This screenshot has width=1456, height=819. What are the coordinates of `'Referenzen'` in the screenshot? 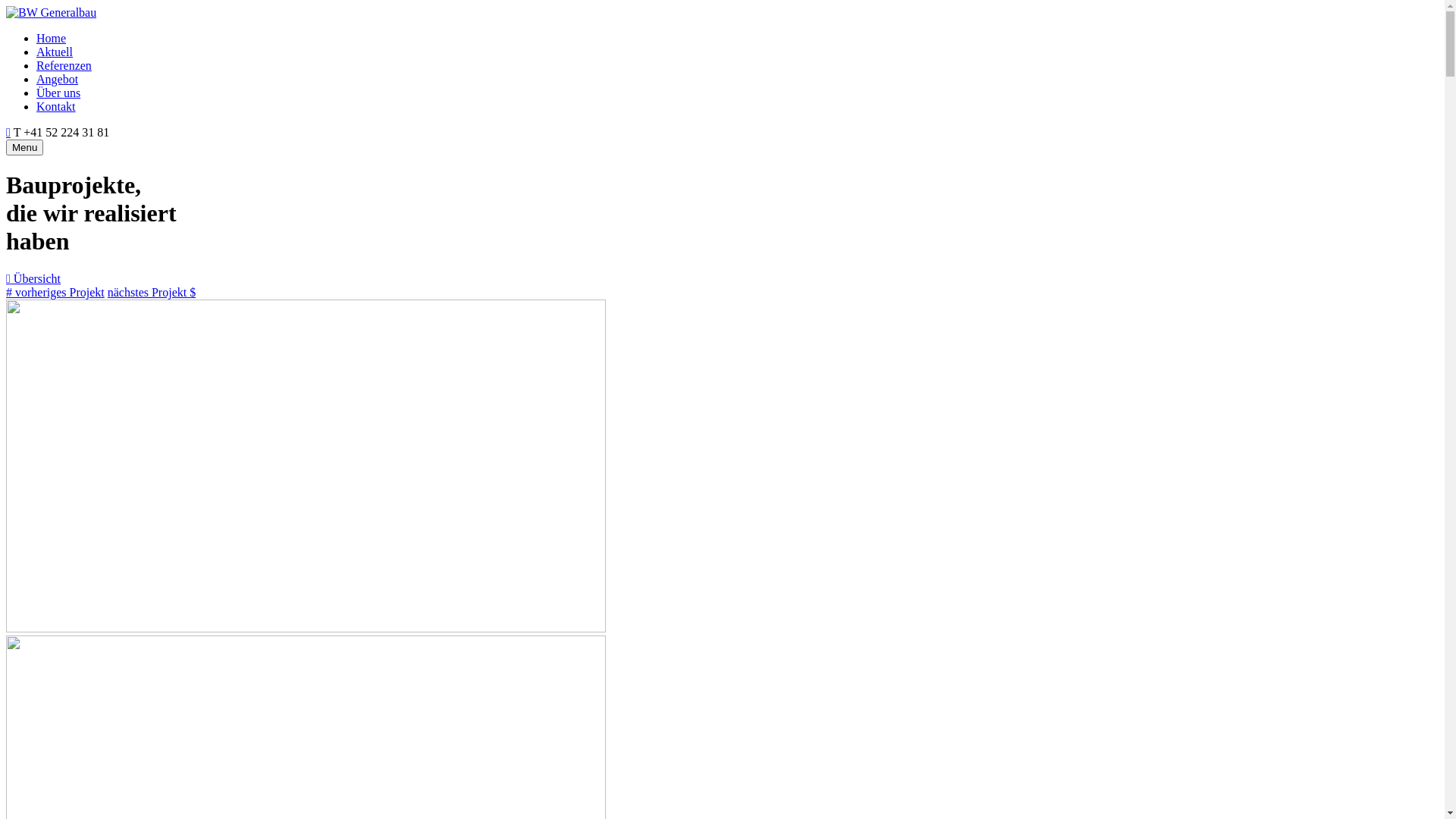 It's located at (63, 64).